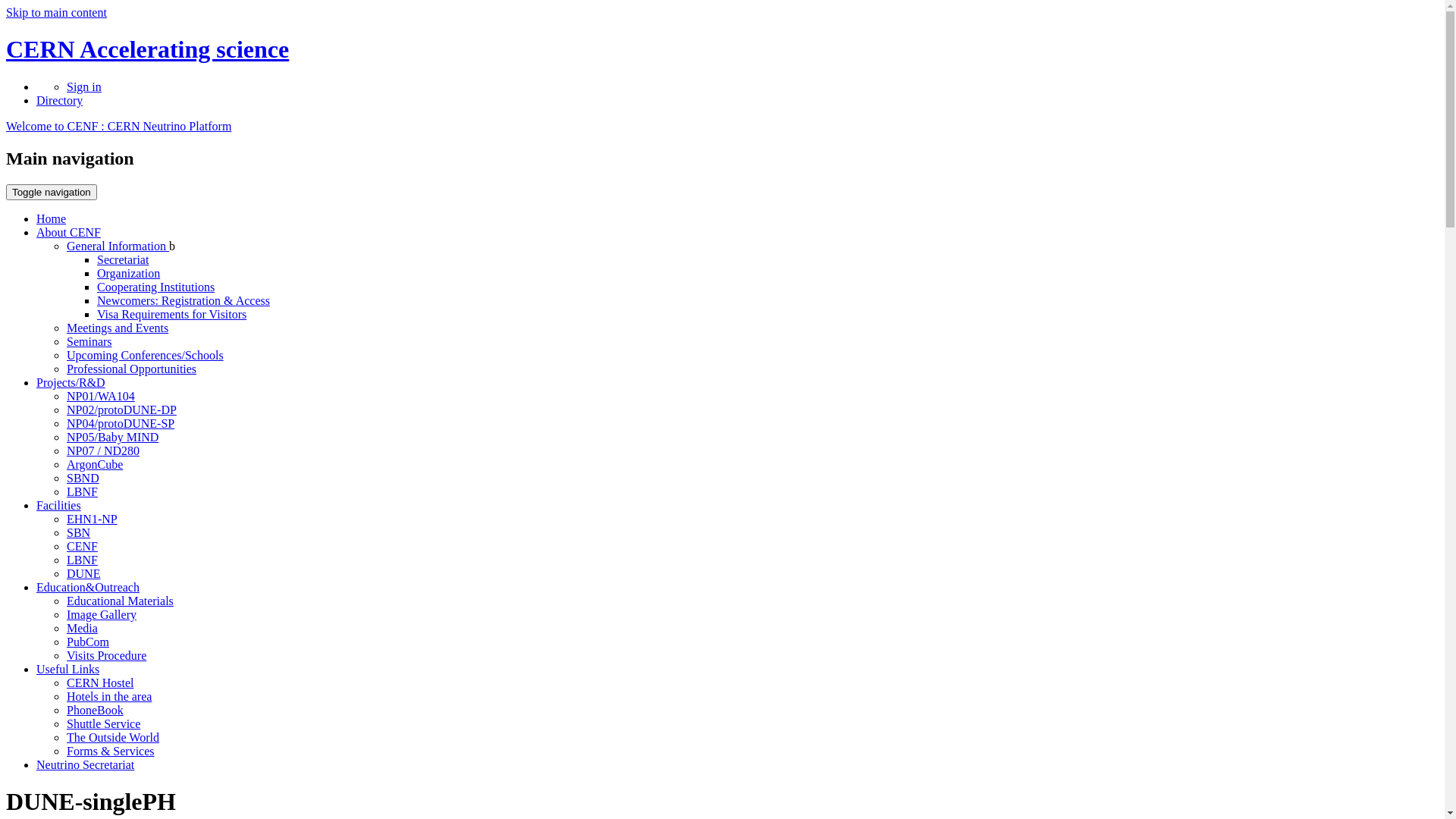 The image size is (1456, 819). What do you see at coordinates (65, 463) in the screenshot?
I see `'ArgonCube'` at bounding box center [65, 463].